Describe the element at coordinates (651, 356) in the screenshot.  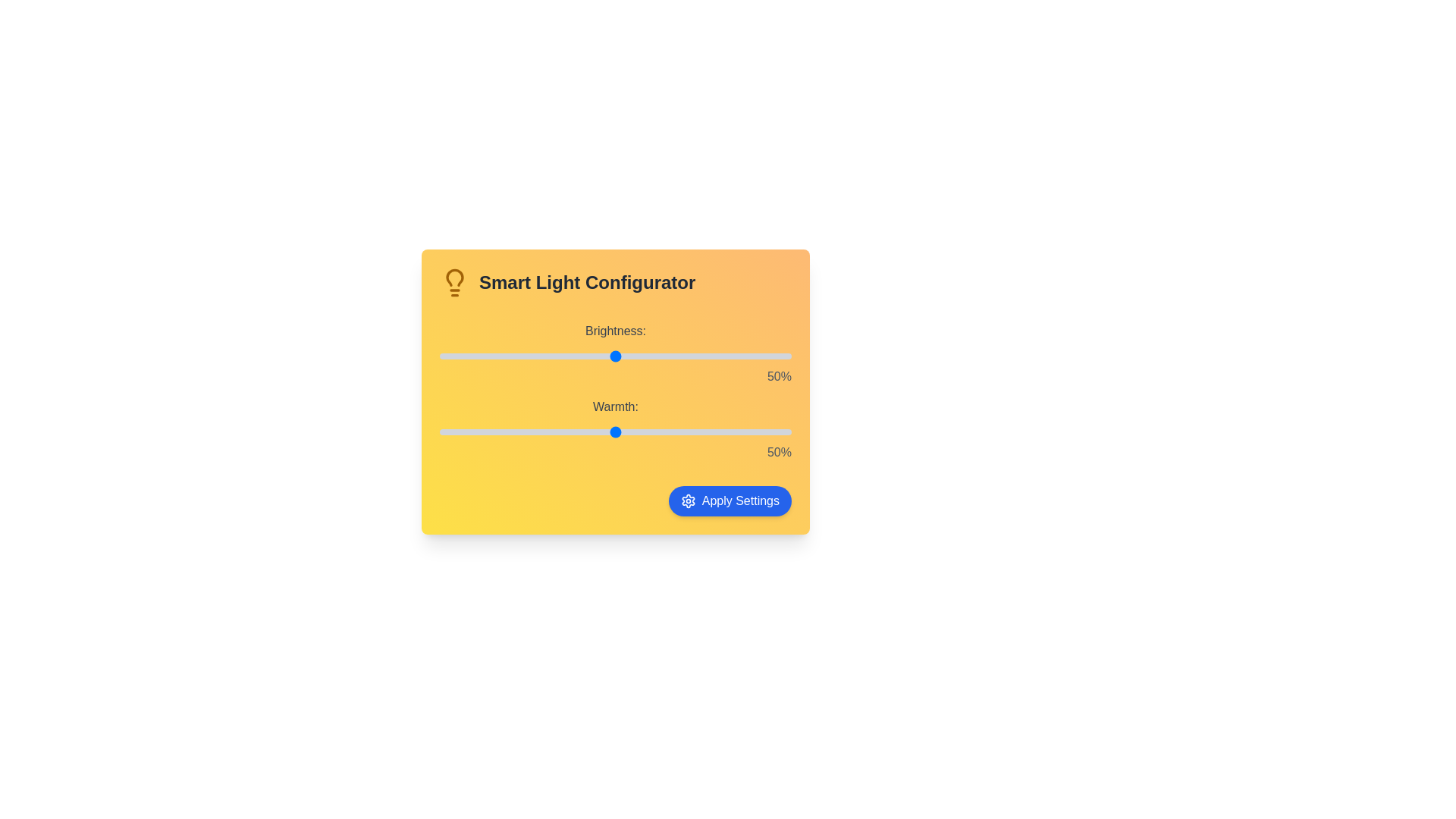
I see `the brightness level` at that location.